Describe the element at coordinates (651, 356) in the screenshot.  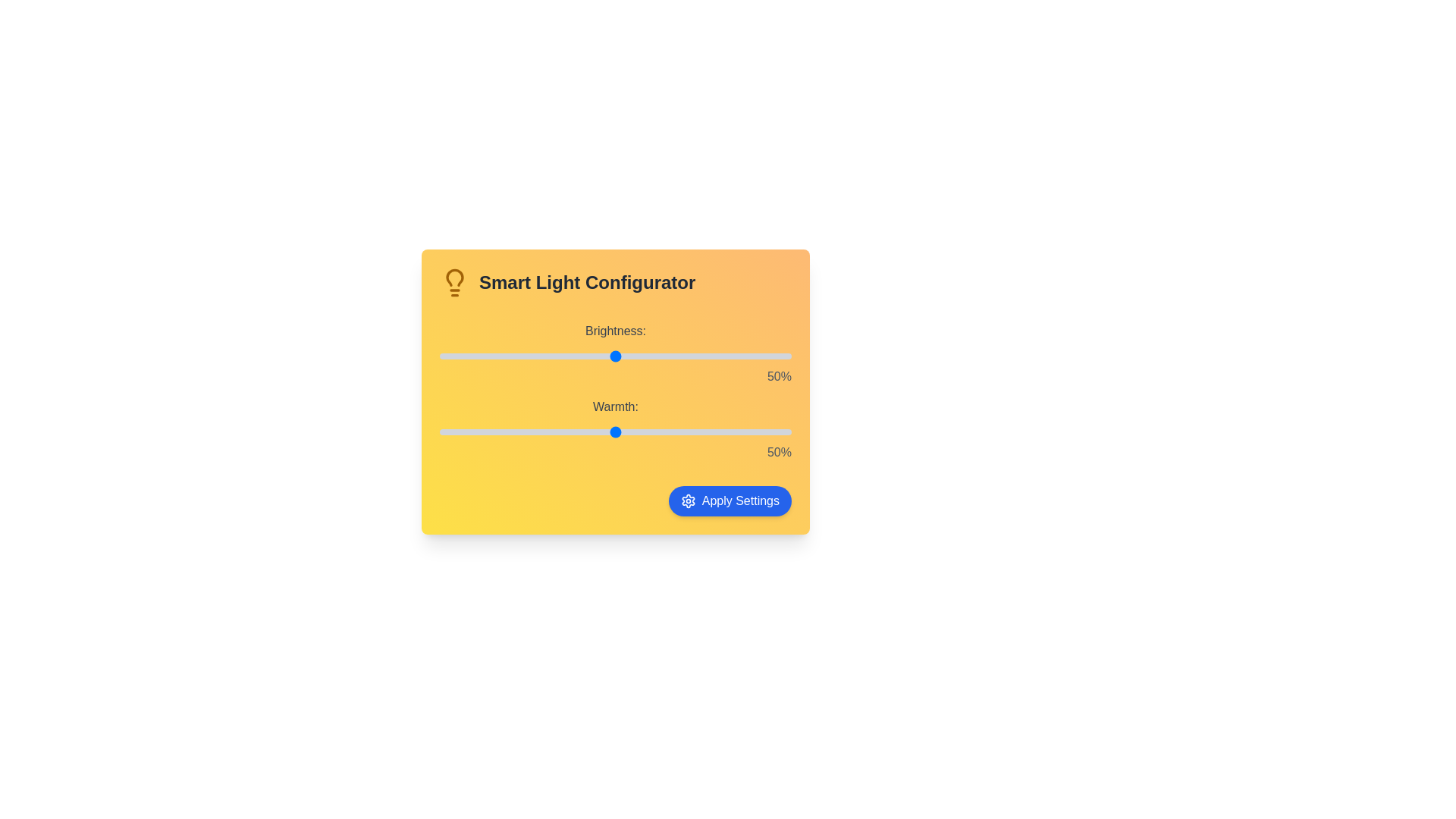
I see `the brightness level` at that location.